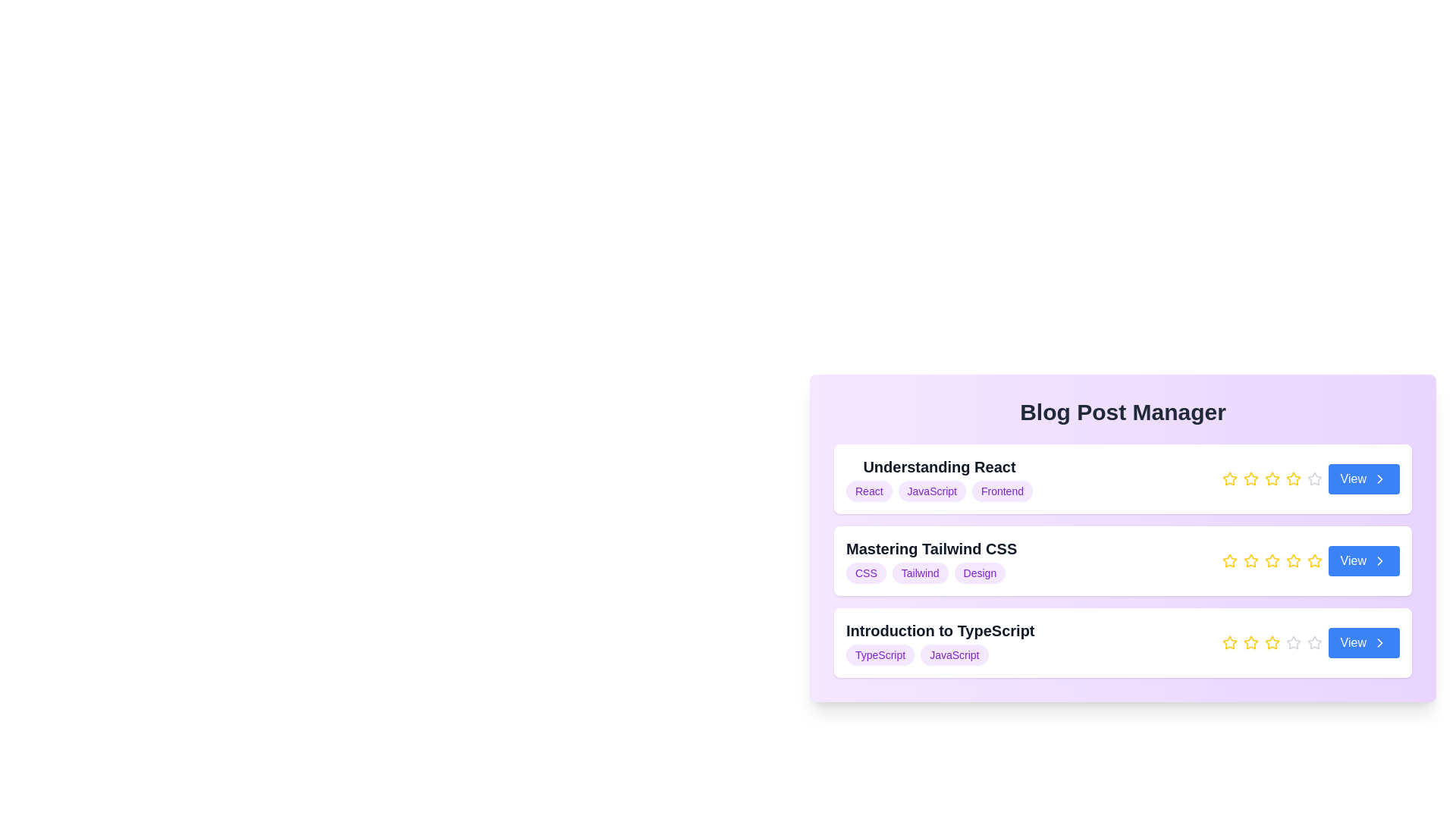 The width and height of the screenshot is (1456, 819). What do you see at coordinates (1272, 560) in the screenshot?
I see `the fourth yellow star icon in the rating section of the 'Mastering Tailwind CSS' card` at bounding box center [1272, 560].